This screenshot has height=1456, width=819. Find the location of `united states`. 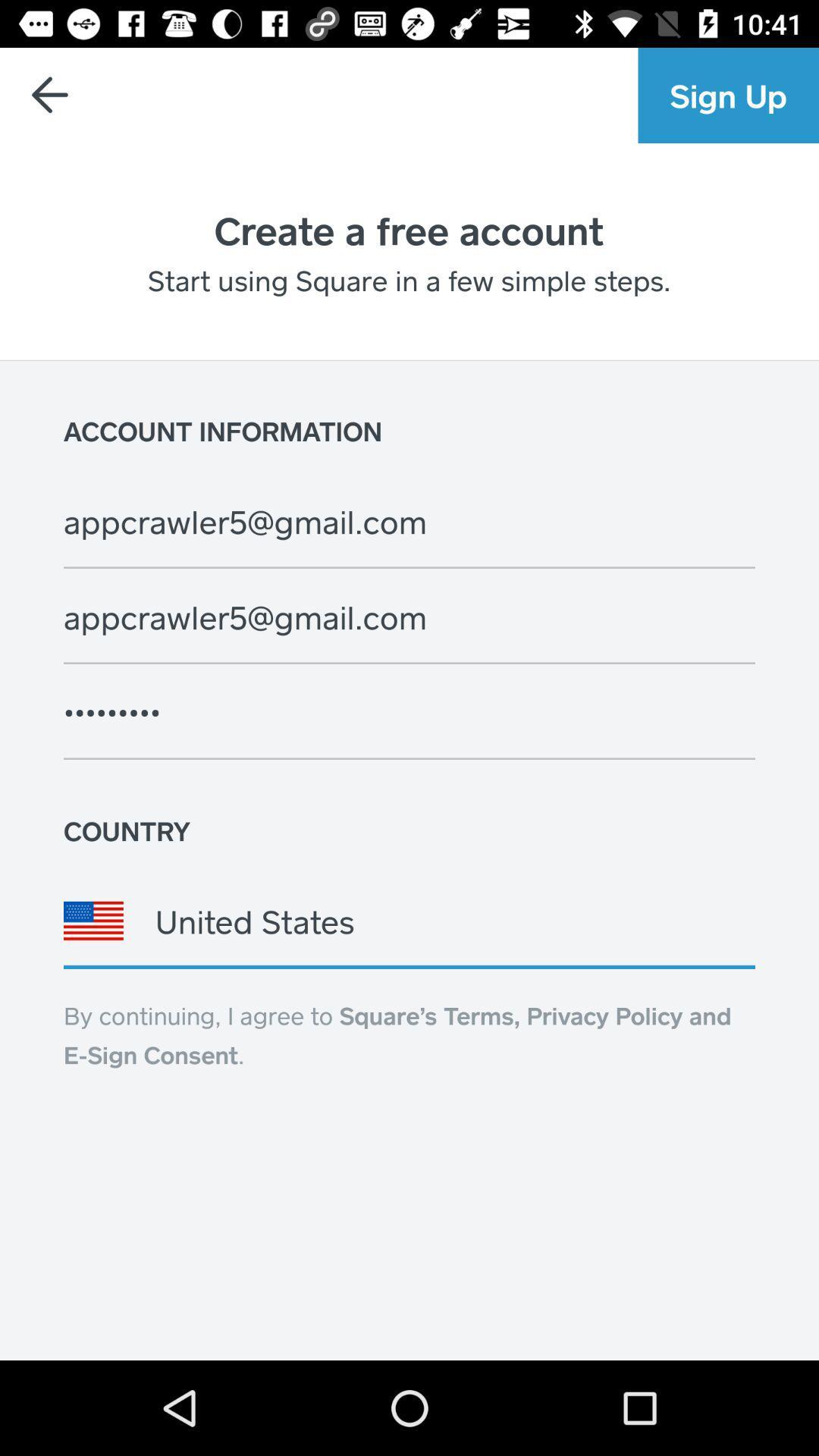

united states is located at coordinates (409, 920).